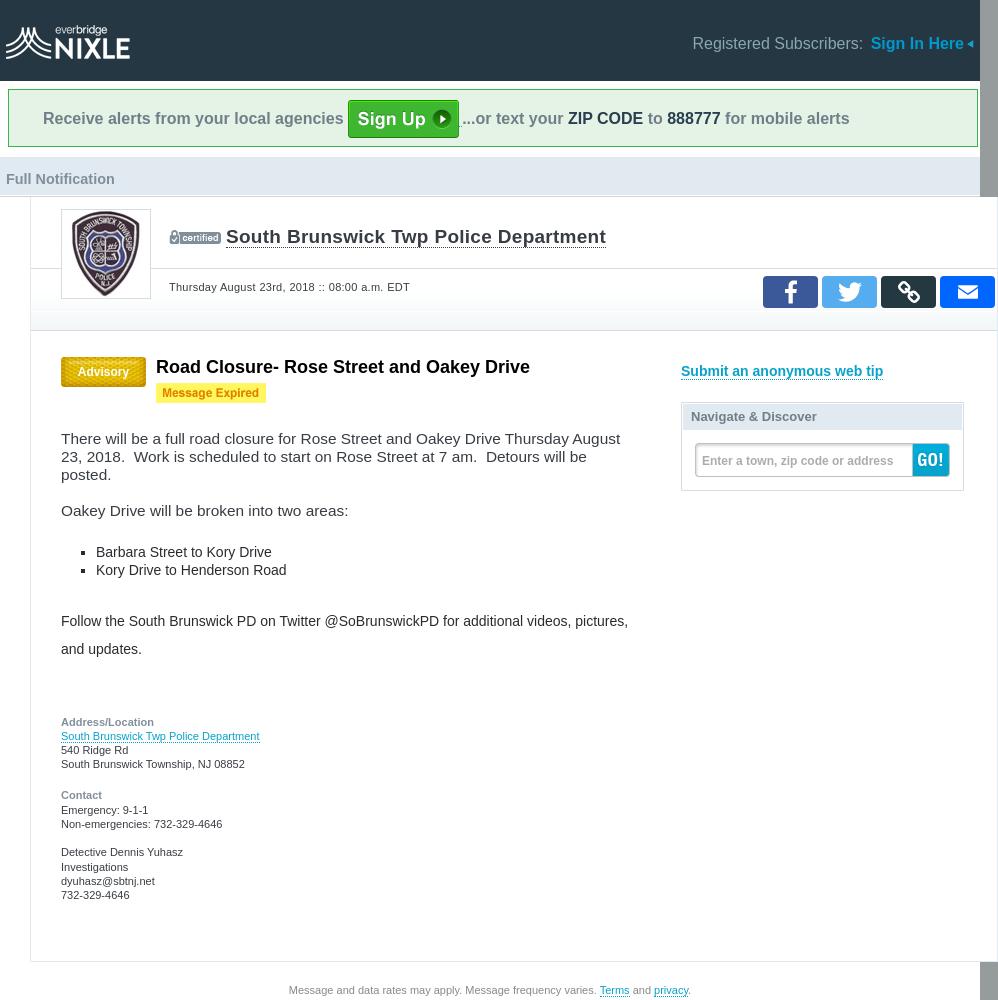  Describe the element at coordinates (796, 460) in the screenshot. I see `'Enter a town, zip code or address'` at that location.